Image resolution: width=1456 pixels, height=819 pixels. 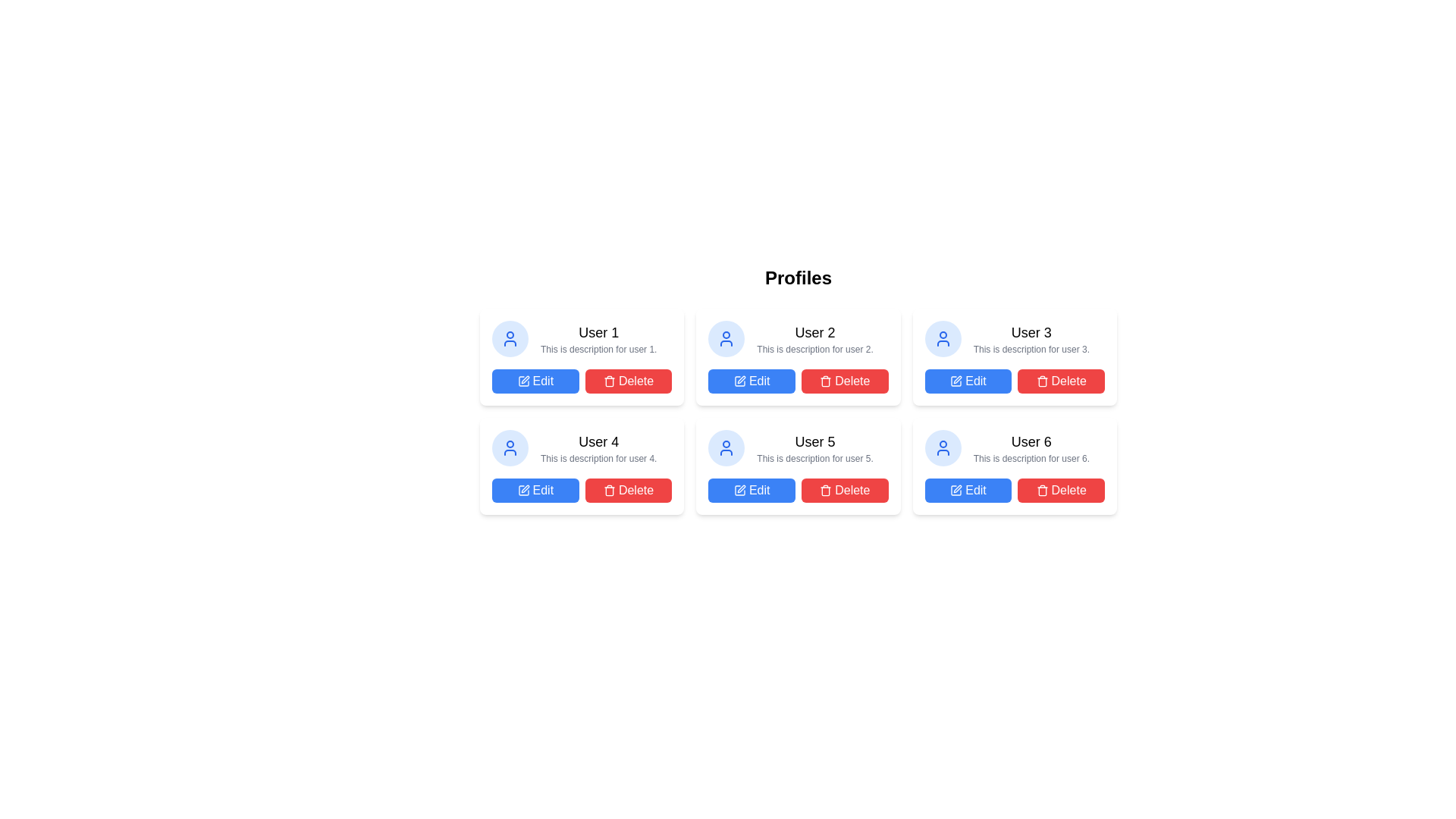 I want to click on the design of the SVG icon styled as a pen and square, which is part of the blue 'Edit' button on the 'User 3' profile card located in the top-right of the profiles grid, so click(x=955, y=380).